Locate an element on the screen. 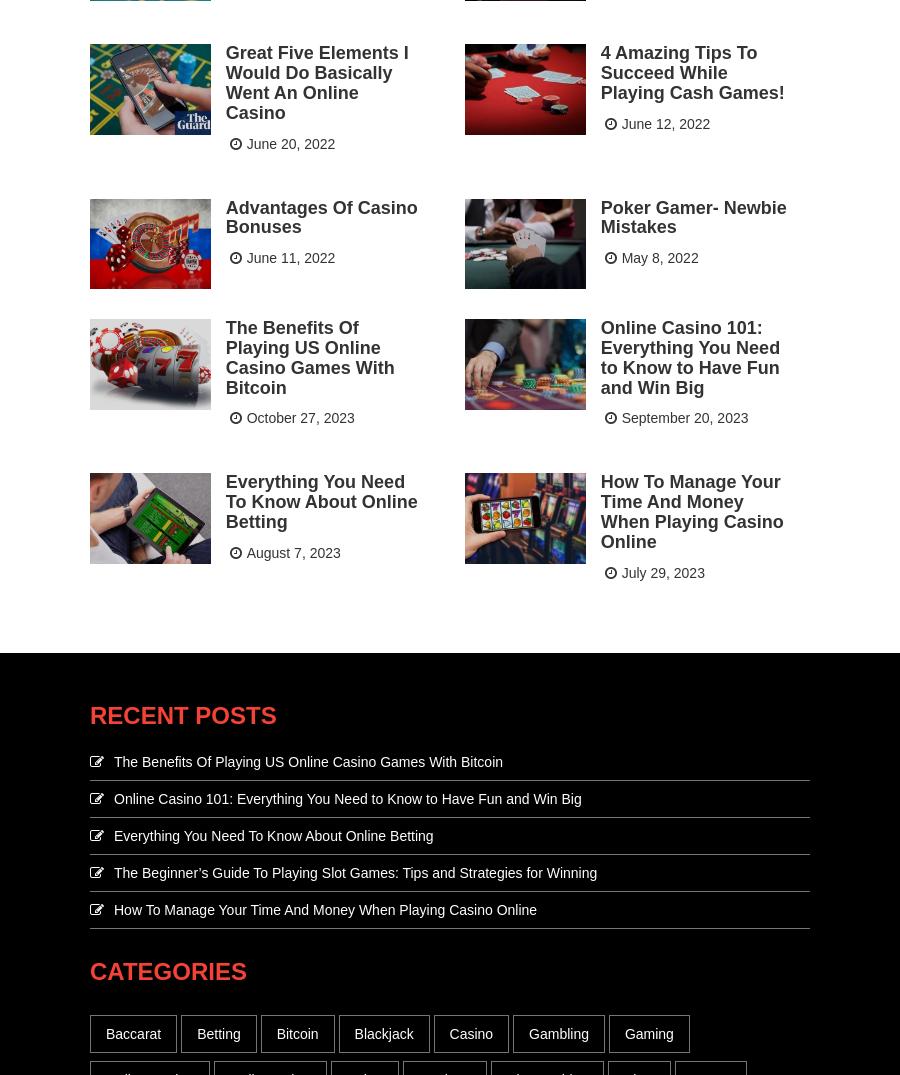 The height and width of the screenshot is (1075, 900). 'August 7, 2023' is located at coordinates (292, 551).